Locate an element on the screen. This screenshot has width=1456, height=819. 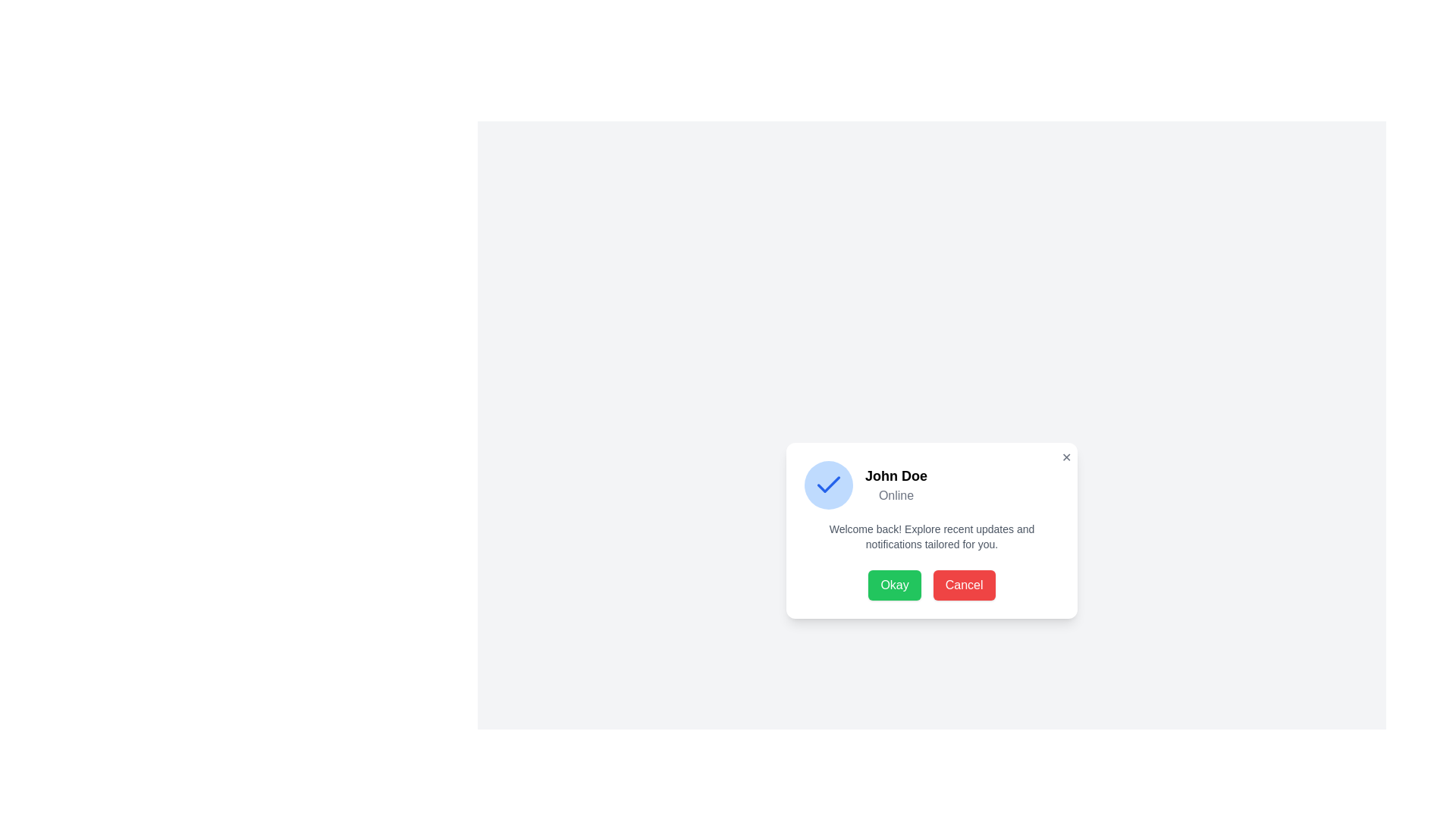
the 'Okay' confirmation button located at the bottom of the popup card to observe styling changes is located at coordinates (895, 584).